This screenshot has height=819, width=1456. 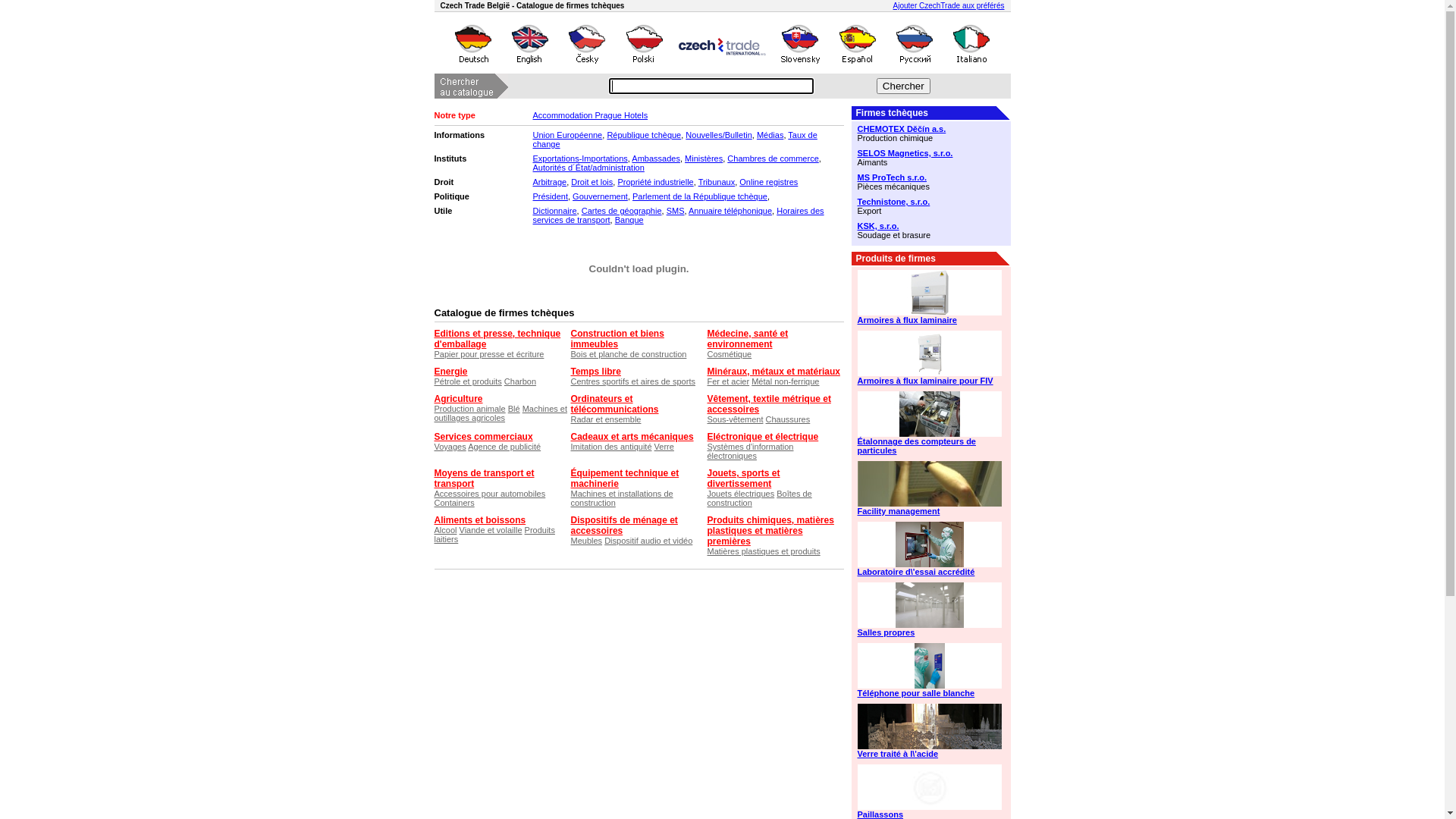 What do you see at coordinates (705, 479) in the screenshot?
I see `'Jouets, sports et divertissement'` at bounding box center [705, 479].